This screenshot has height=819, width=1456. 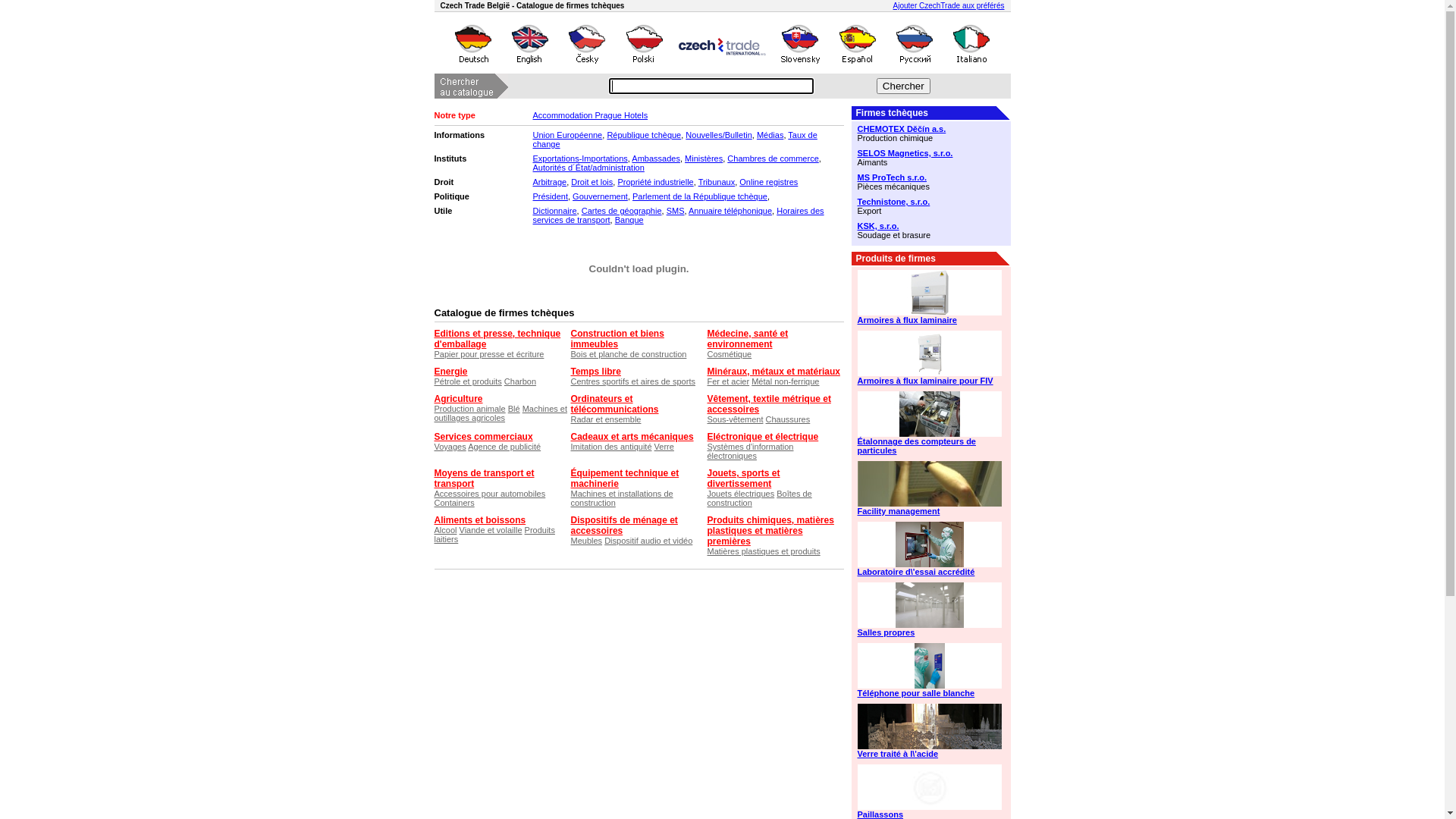 What do you see at coordinates (705, 479) in the screenshot?
I see `'Jouets, sports et divertissement'` at bounding box center [705, 479].